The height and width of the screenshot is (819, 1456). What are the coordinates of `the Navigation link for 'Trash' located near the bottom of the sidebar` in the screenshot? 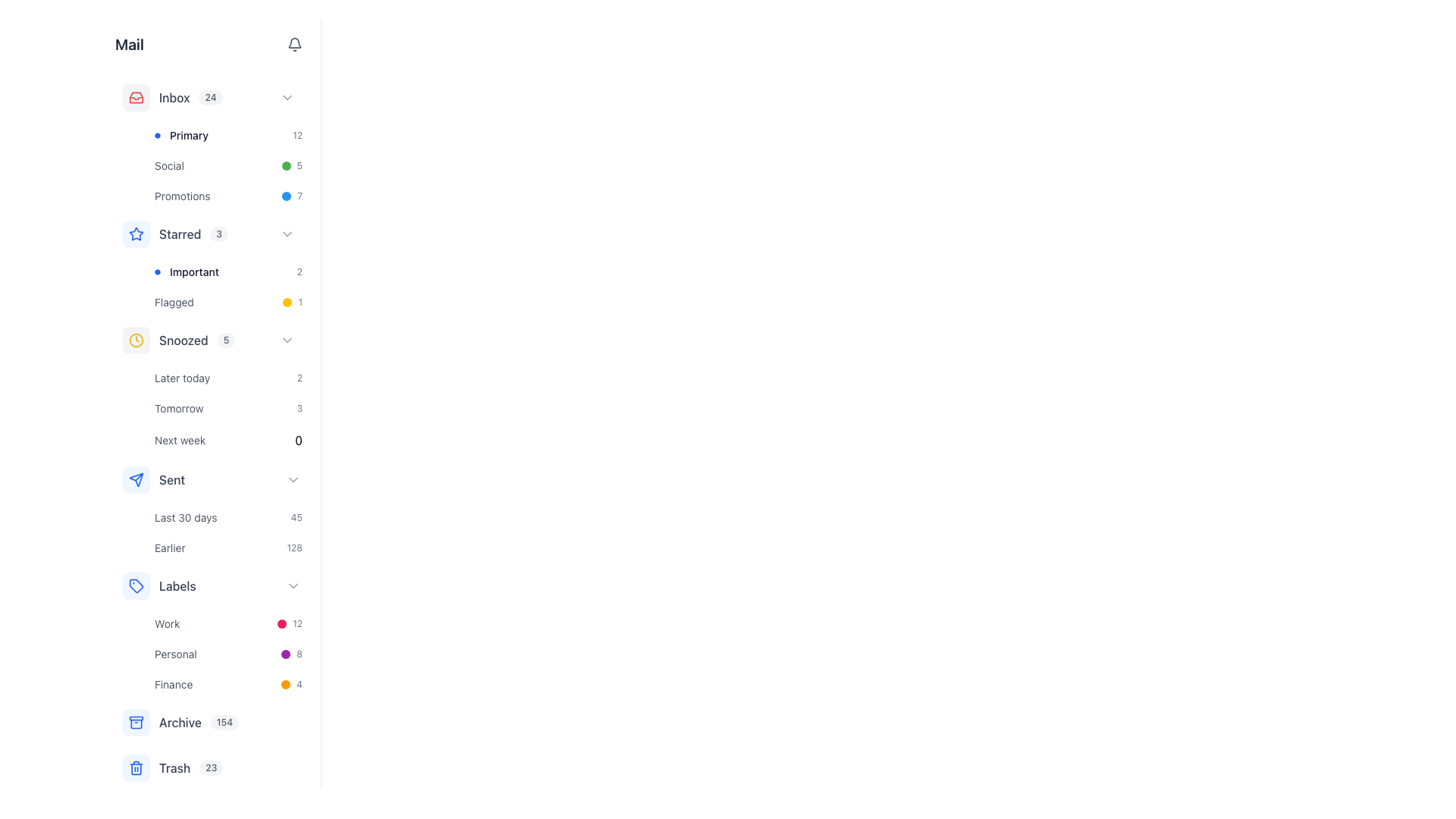 It's located at (173, 768).